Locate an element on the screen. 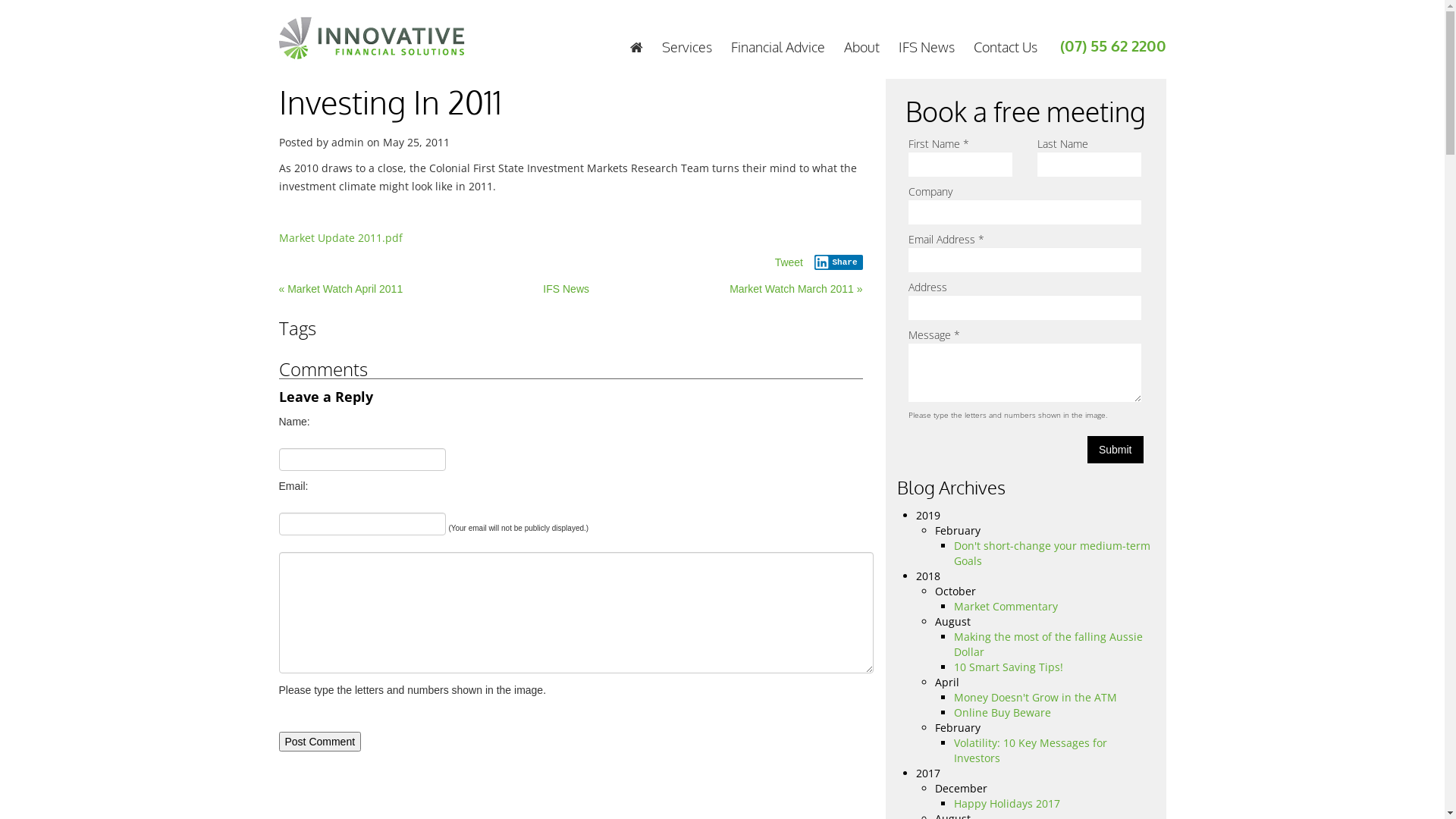 The image size is (1456, 819). 'Contact Us' is located at coordinates (1005, 45).